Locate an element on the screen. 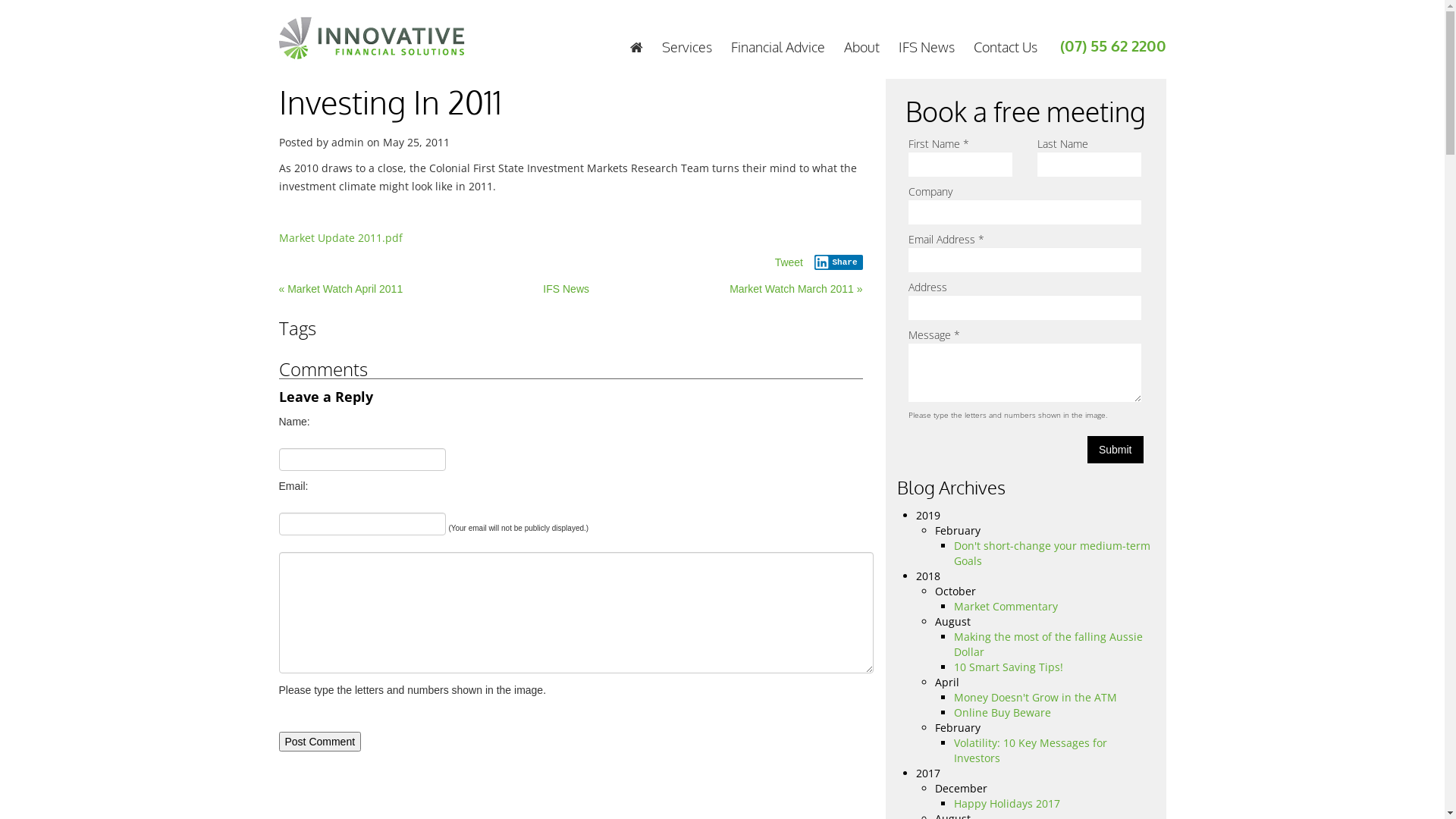 The image size is (1456, 819). 'Contact Us' is located at coordinates (1005, 45).